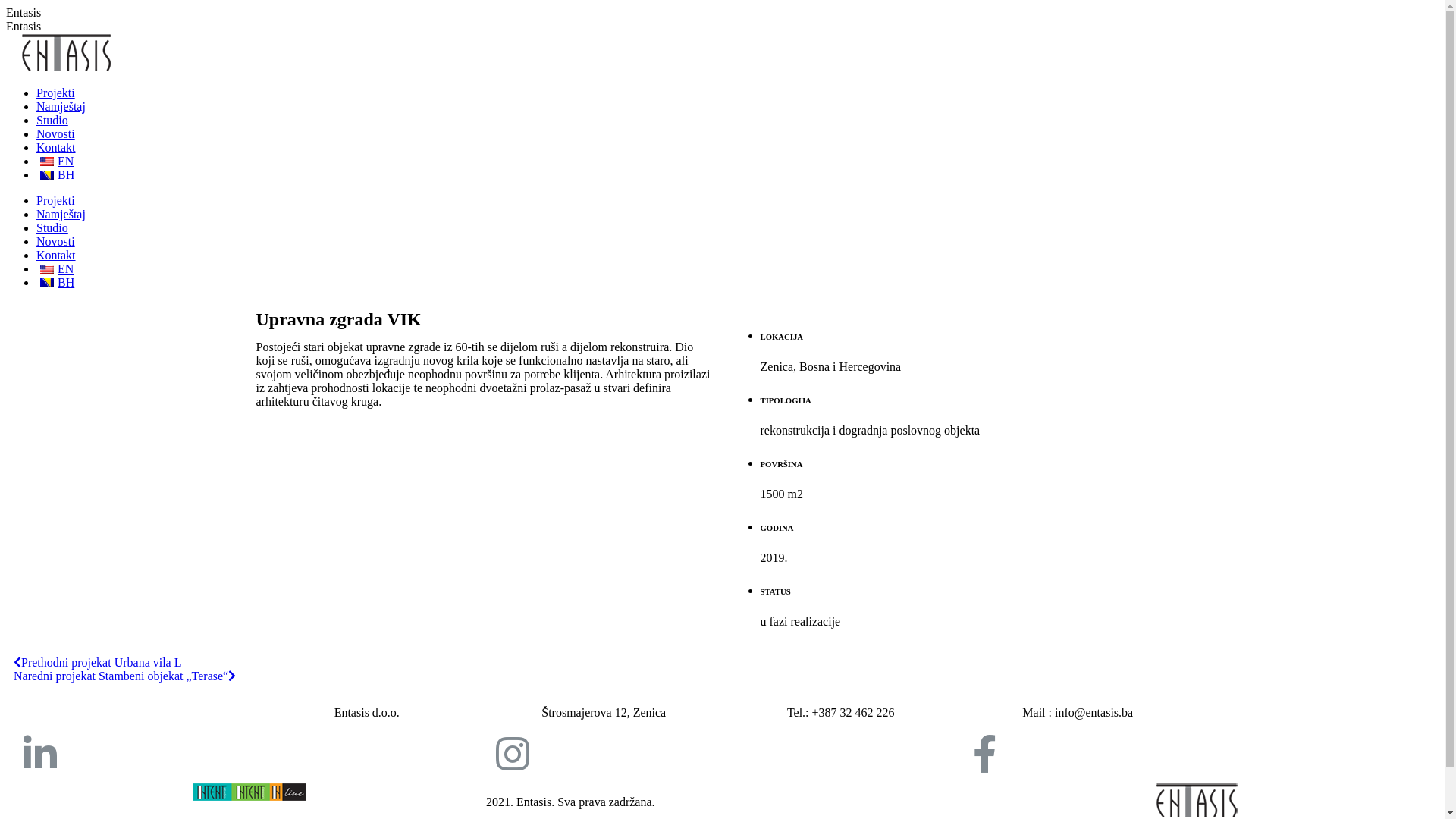 The image size is (1456, 819). What do you see at coordinates (47, 161) in the screenshot?
I see `'English'` at bounding box center [47, 161].